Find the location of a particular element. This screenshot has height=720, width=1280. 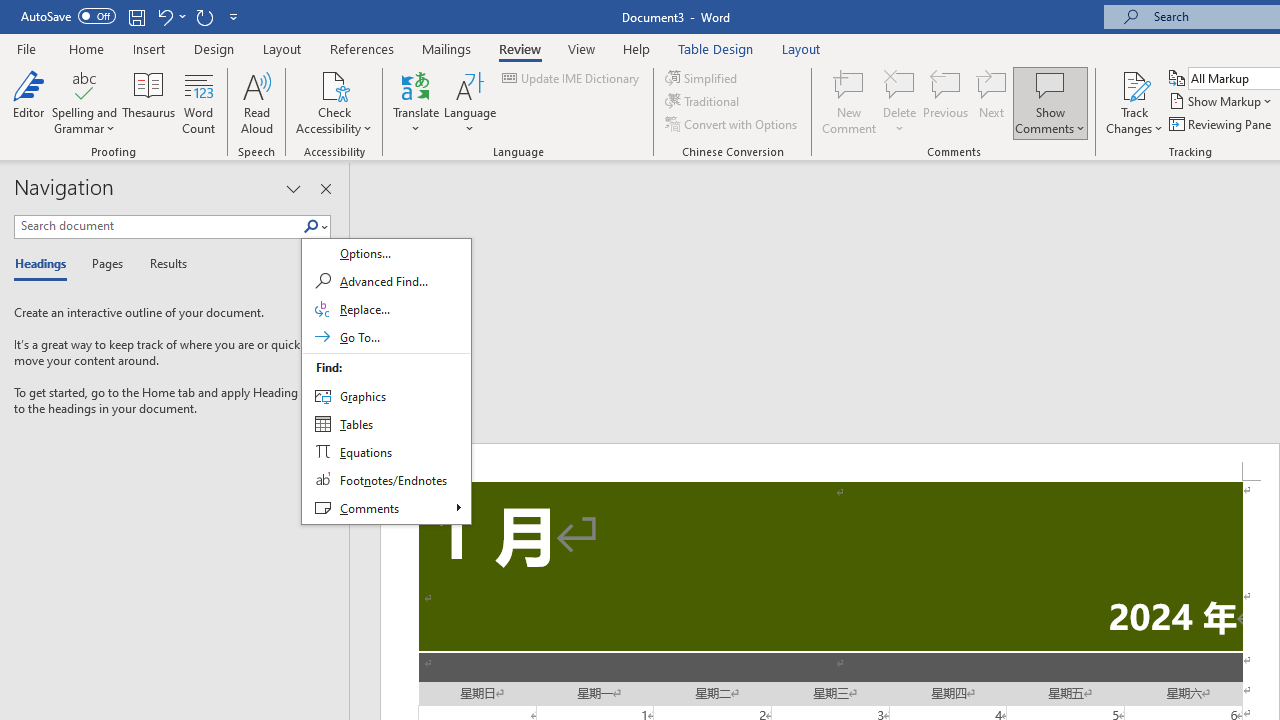

'Traditional' is located at coordinates (704, 101).